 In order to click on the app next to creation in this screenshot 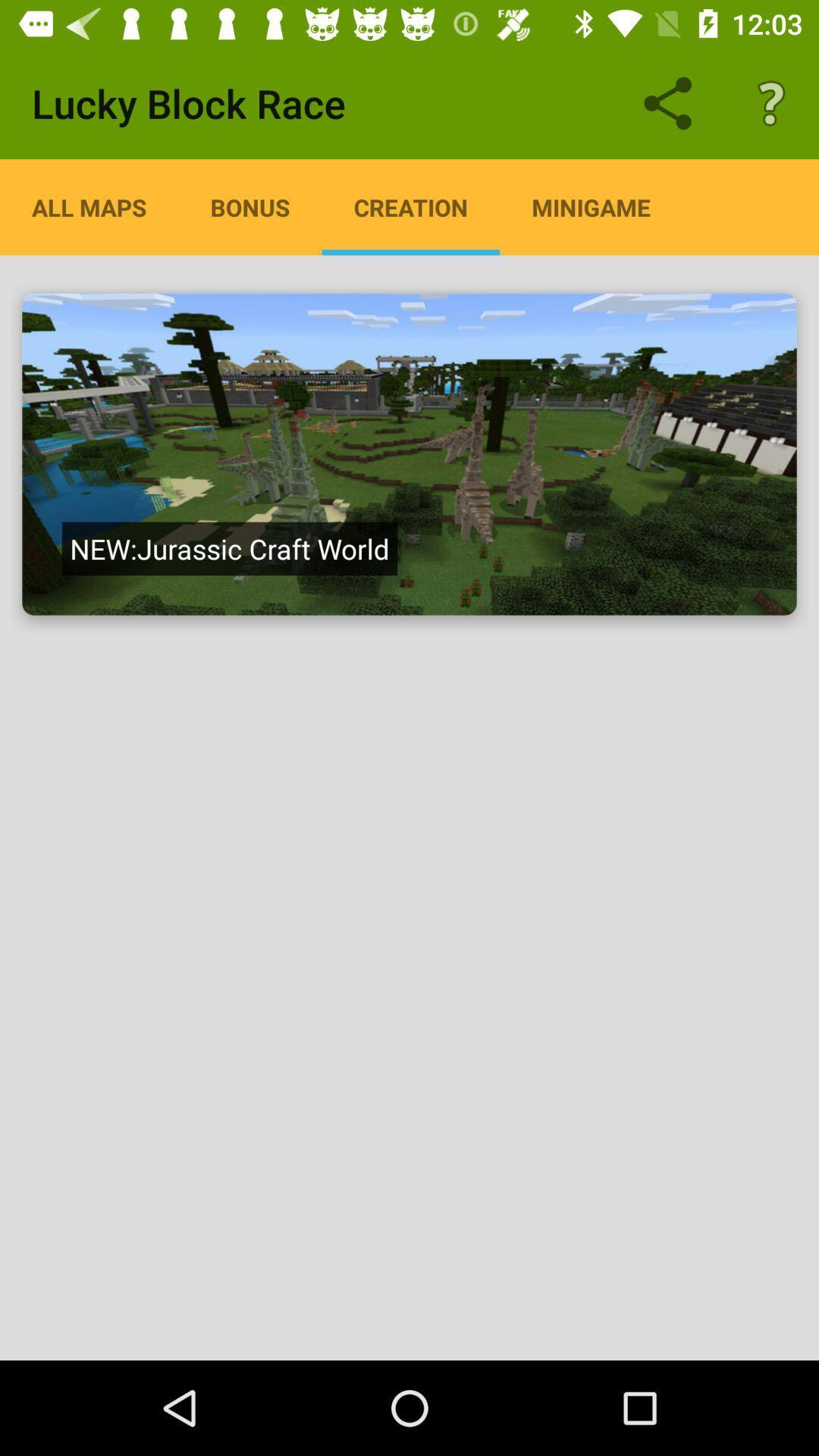, I will do `click(249, 206)`.